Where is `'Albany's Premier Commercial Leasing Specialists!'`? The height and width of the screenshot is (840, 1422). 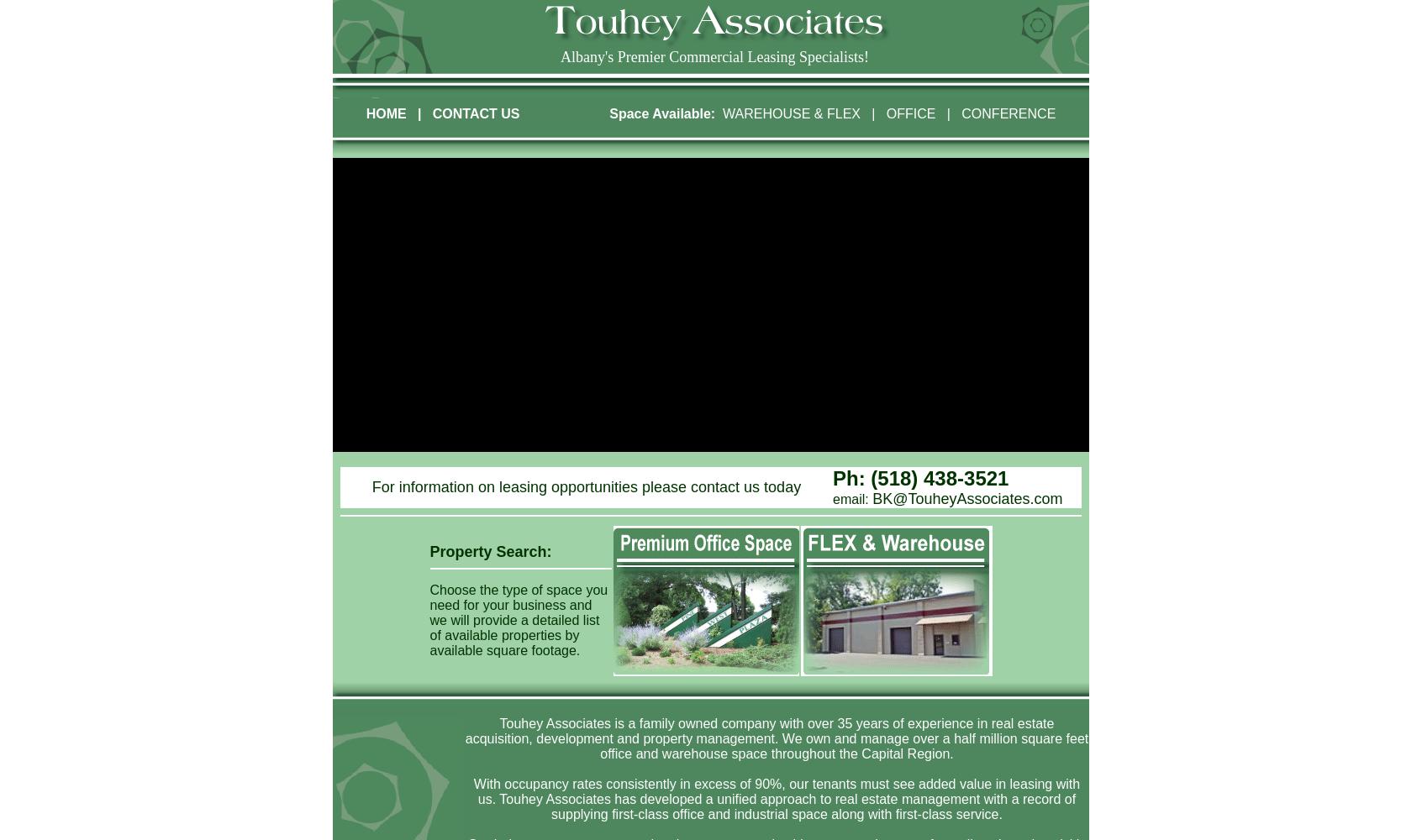
'Albany's Premier Commercial Leasing Specialists!' is located at coordinates (714, 56).